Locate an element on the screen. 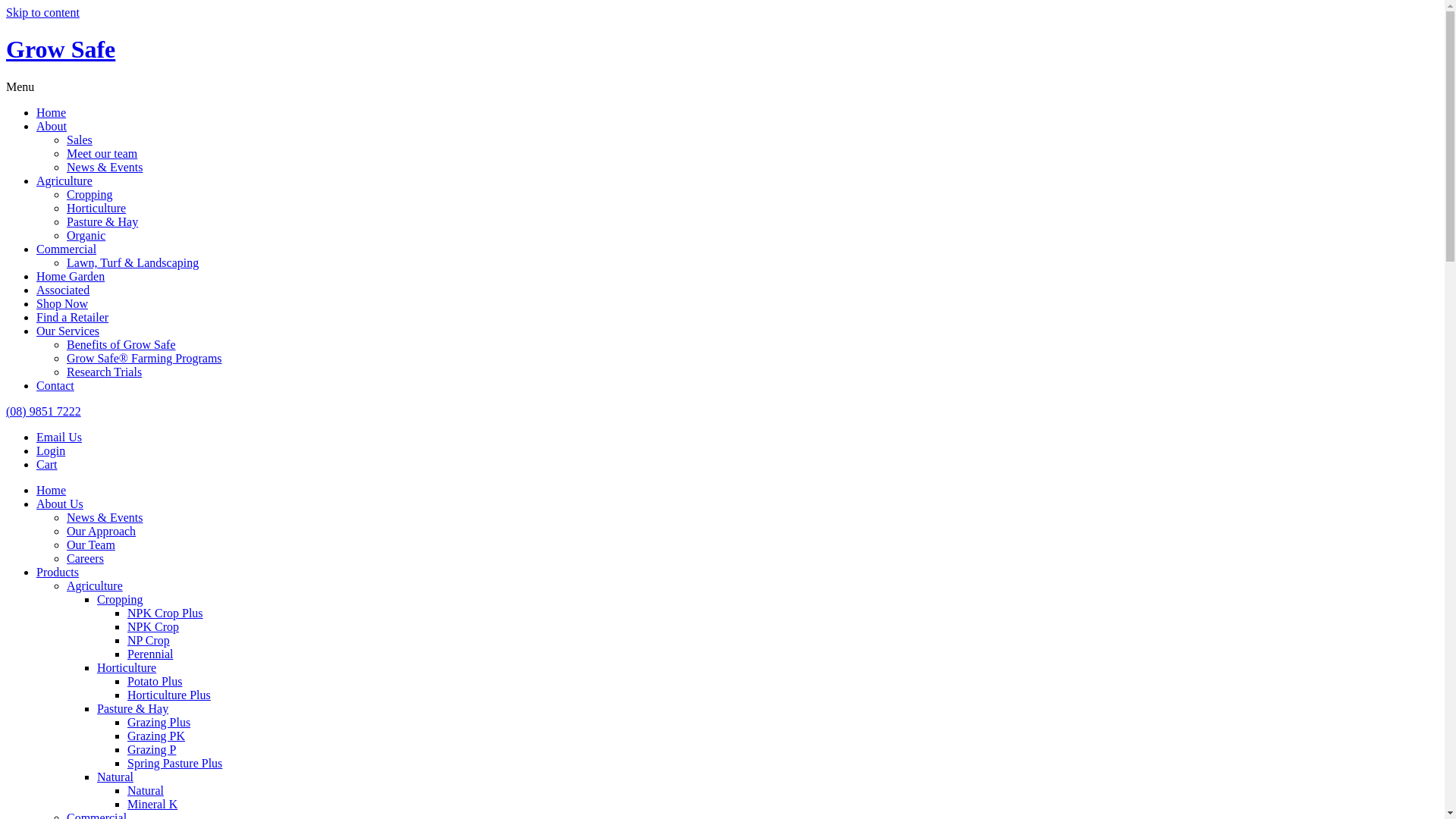 The width and height of the screenshot is (1456, 819). 'Associated' is located at coordinates (36, 290).